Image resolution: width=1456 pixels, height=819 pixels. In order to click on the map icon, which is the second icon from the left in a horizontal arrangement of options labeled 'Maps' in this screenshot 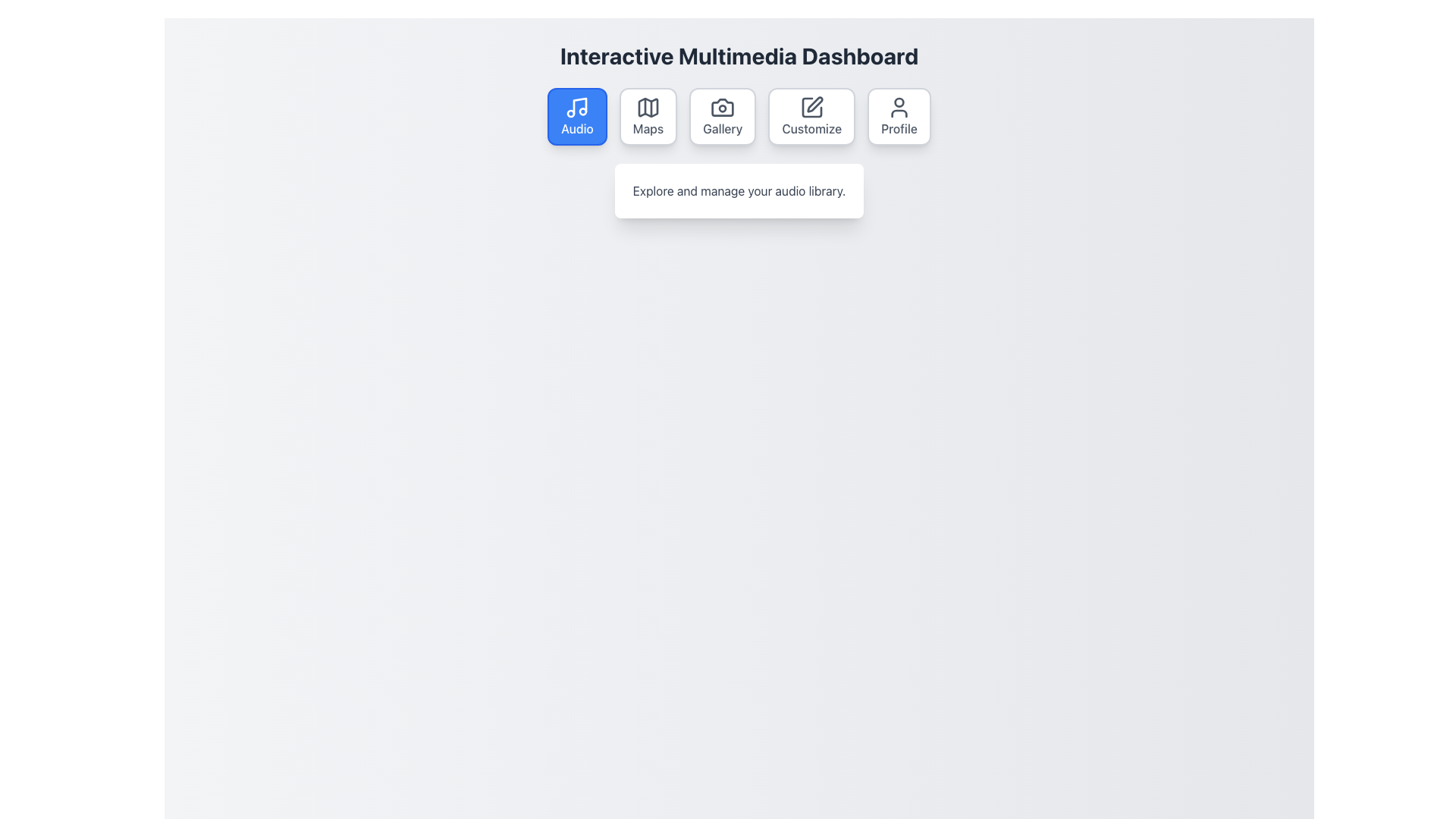, I will do `click(648, 107)`.